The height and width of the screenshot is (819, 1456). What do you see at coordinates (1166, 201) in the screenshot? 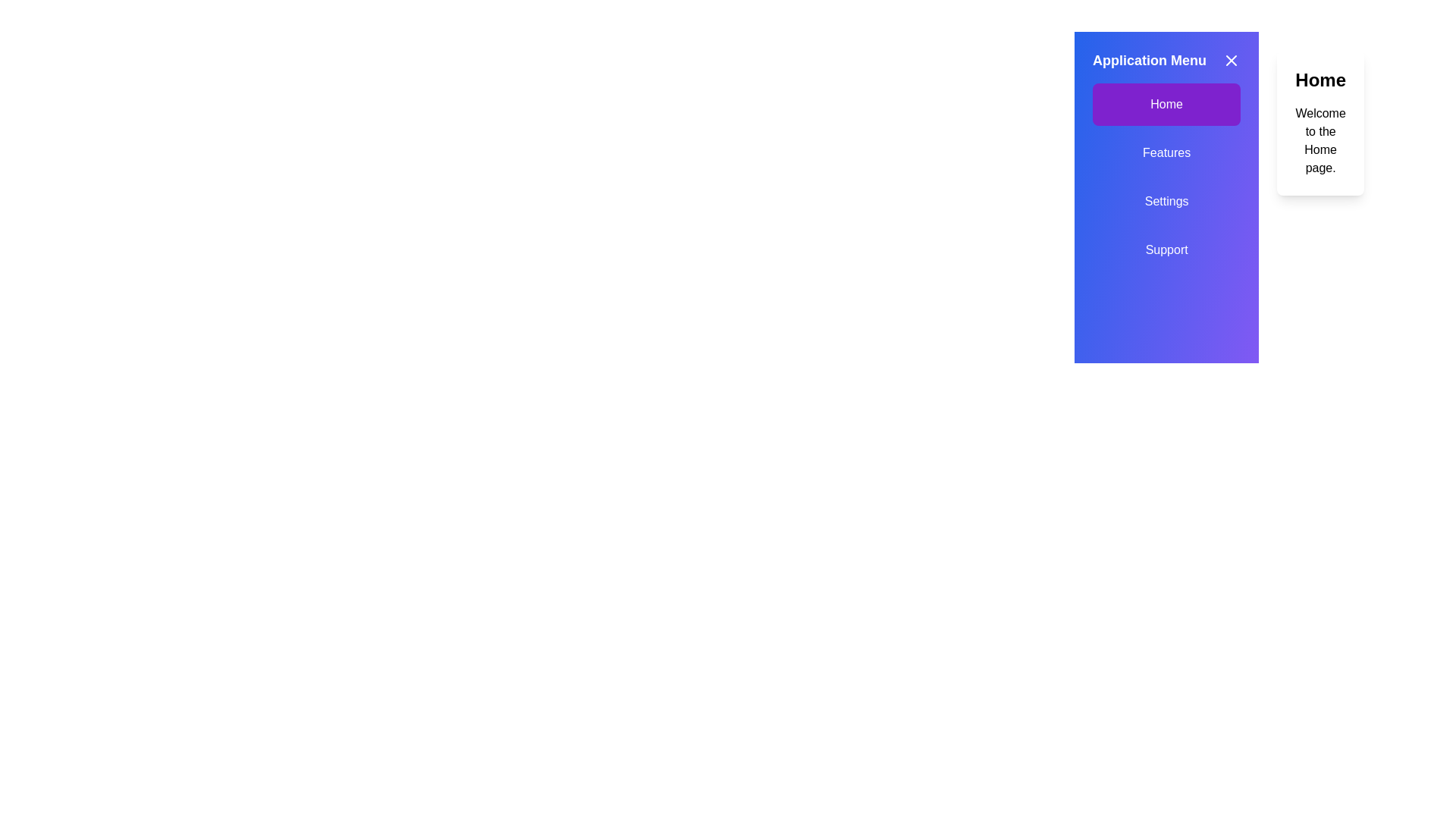
I see `the menu option Settings` at bounding box center [1166, 201].